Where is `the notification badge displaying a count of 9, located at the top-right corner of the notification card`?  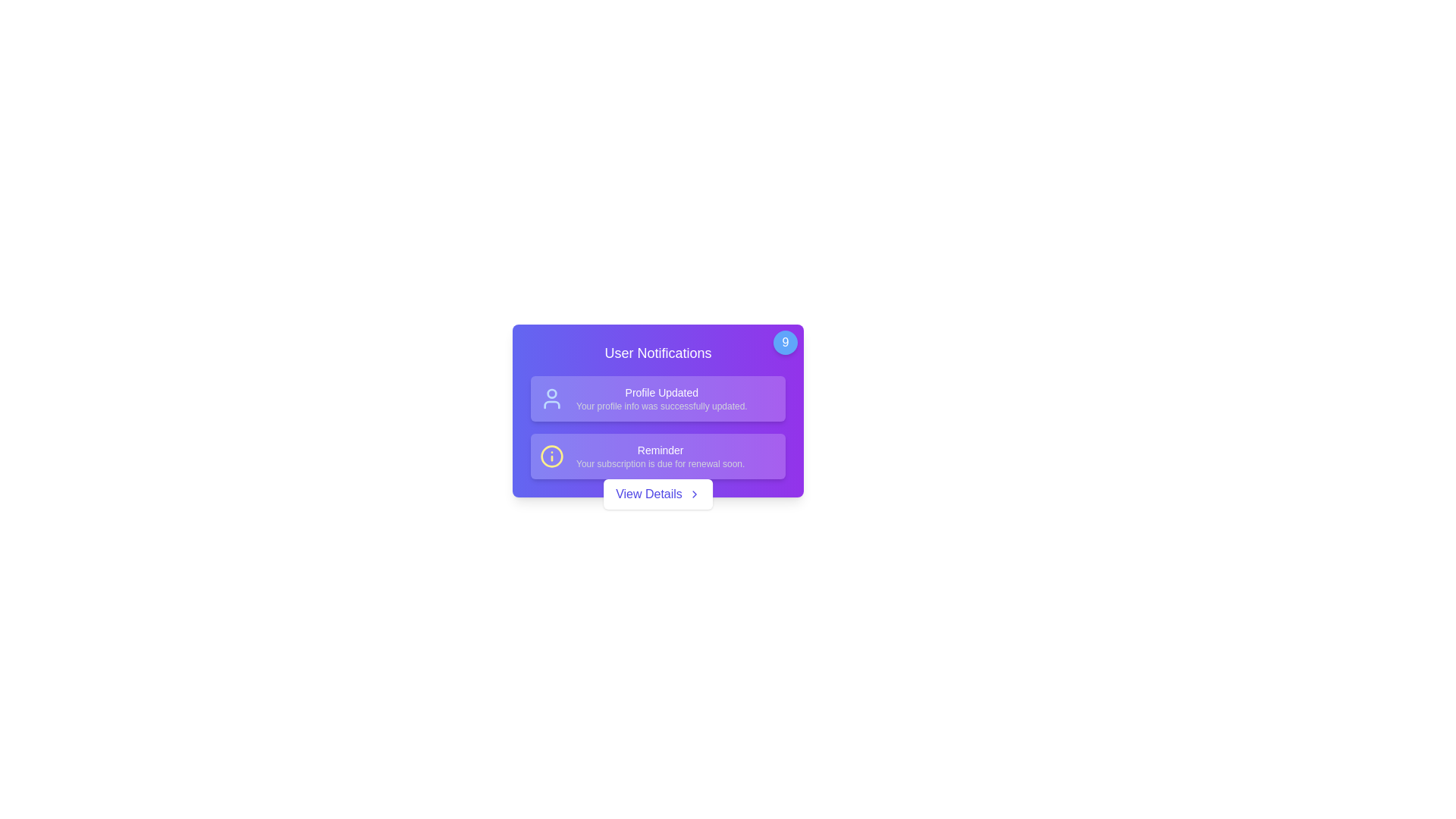
the notification badge displaying a count of 9, located at the top-right corner of the notification card is located at coordinates (786, 342).